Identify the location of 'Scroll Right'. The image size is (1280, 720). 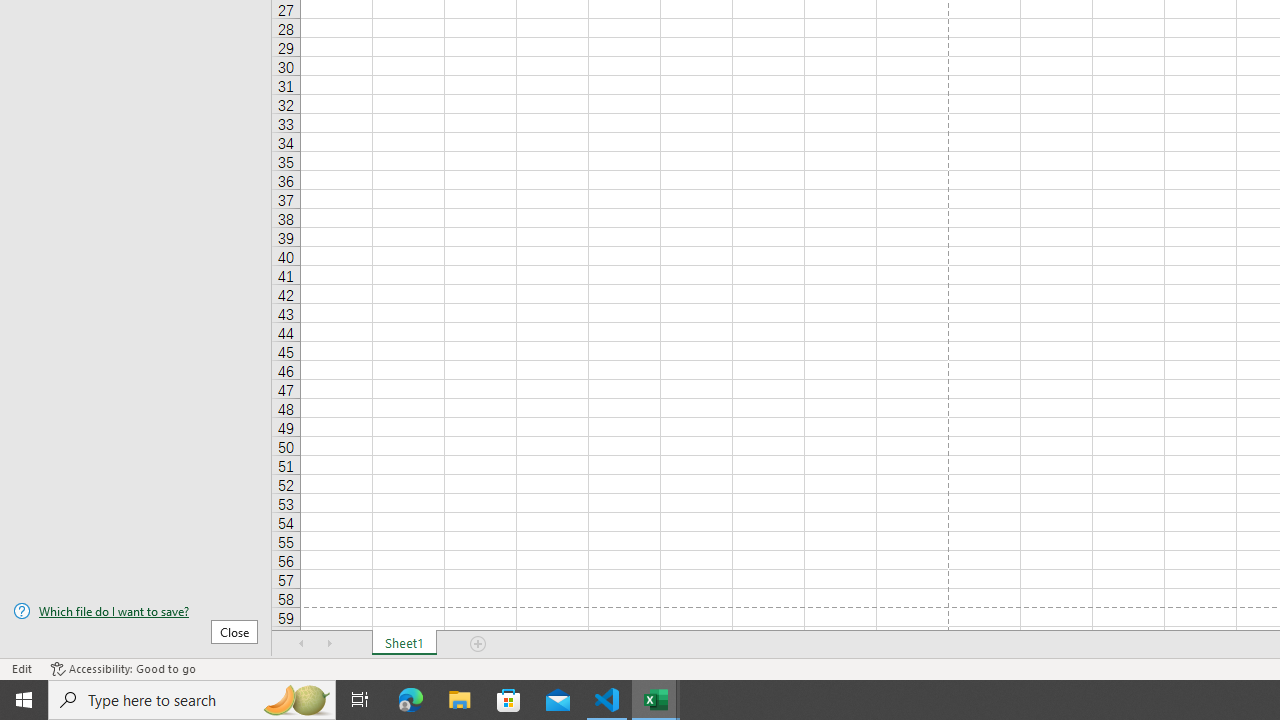
(330, 644).